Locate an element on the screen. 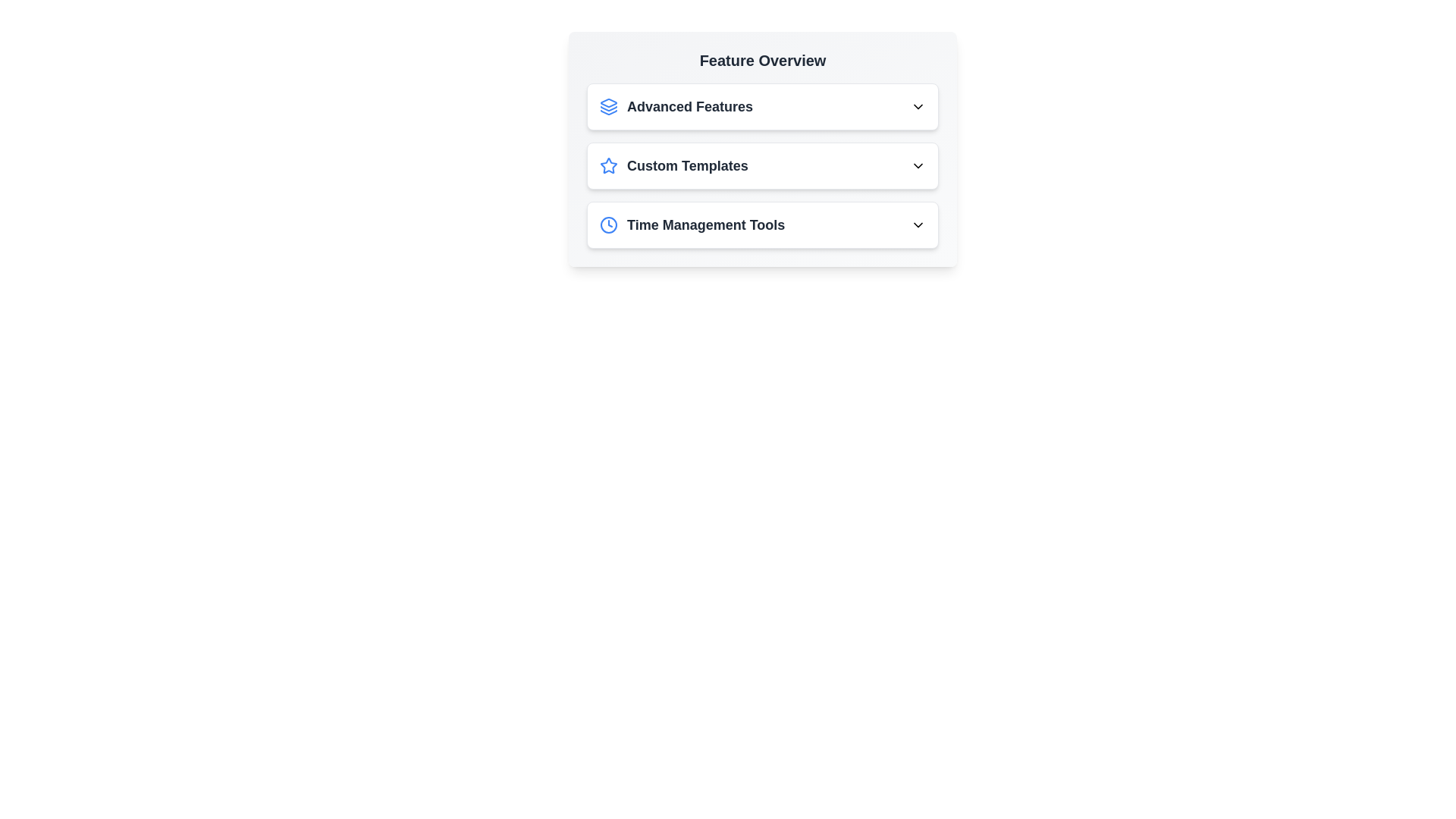 Image resolution: width=1456 pixels, height=819 pixels. the star corresponding to 2 to examine its rating is located at coordinates (628, 166).